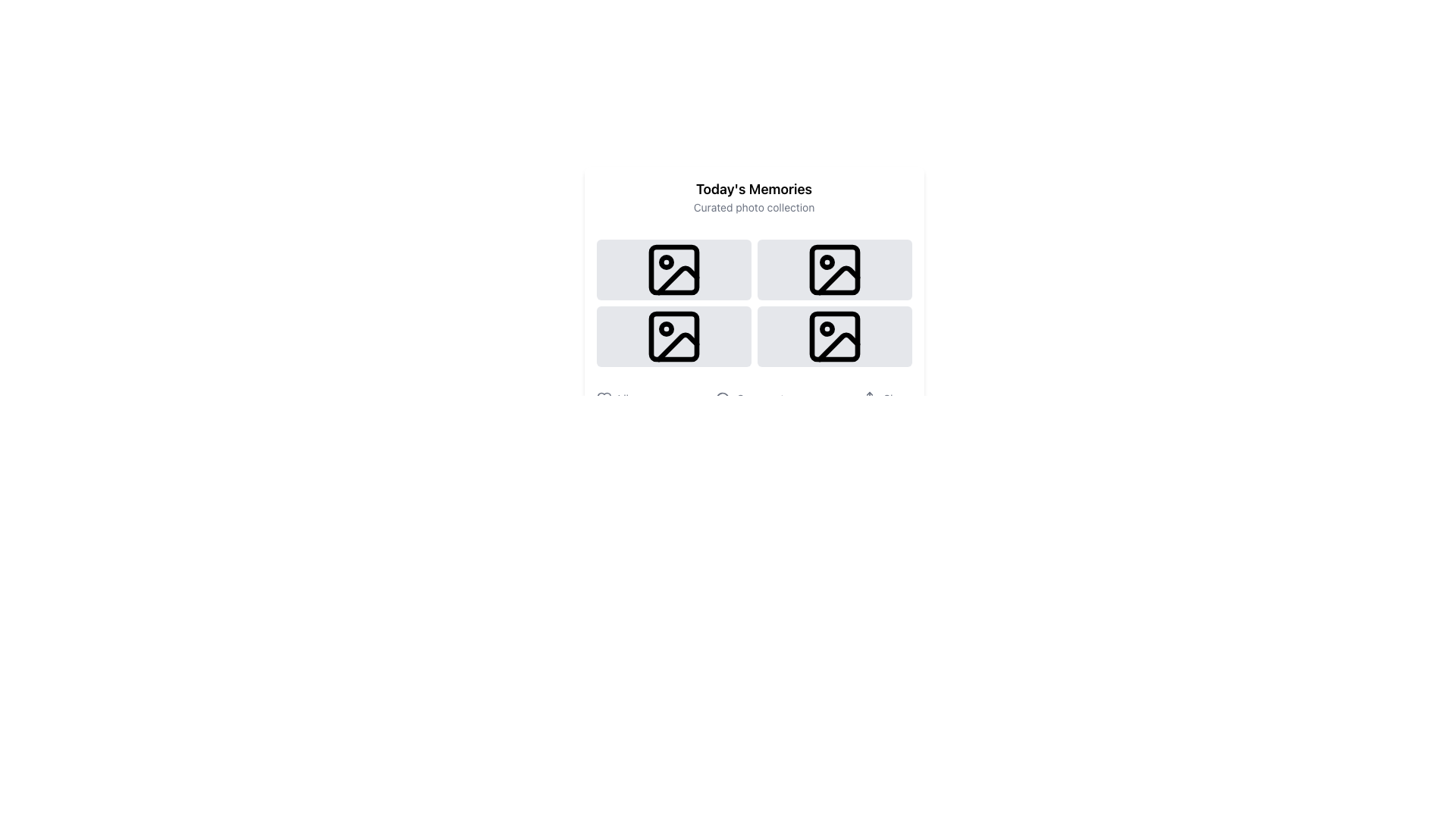  What do you see at coordinates (749, 397) in the screenshot?
I see `the 'Comment' button, which is the second button in a horizontal group beneath the grid of images` at bounding box center [749, 397].